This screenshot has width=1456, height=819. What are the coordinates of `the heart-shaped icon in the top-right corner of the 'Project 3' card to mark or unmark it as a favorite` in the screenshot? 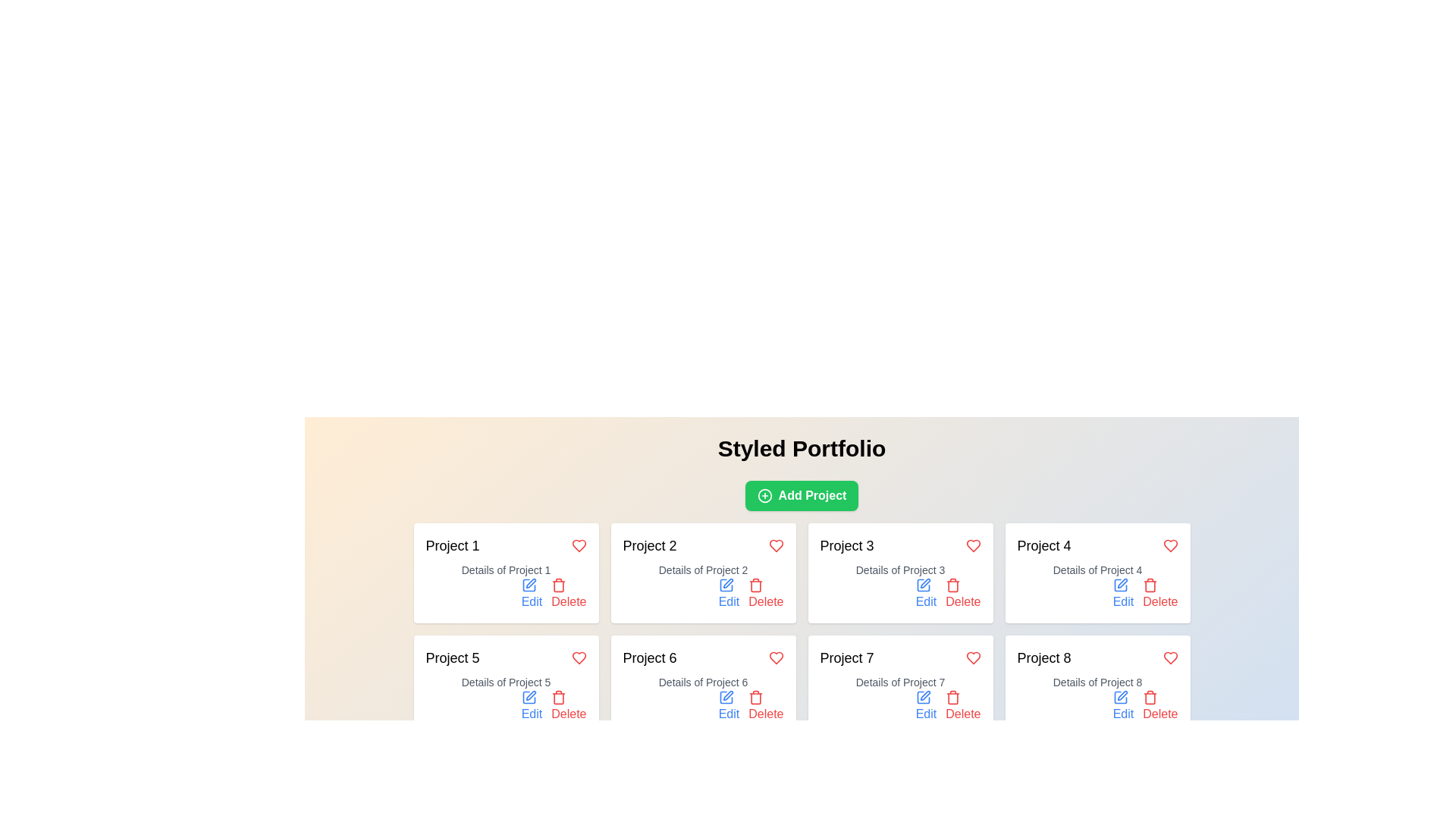 It's located at (973, 546).